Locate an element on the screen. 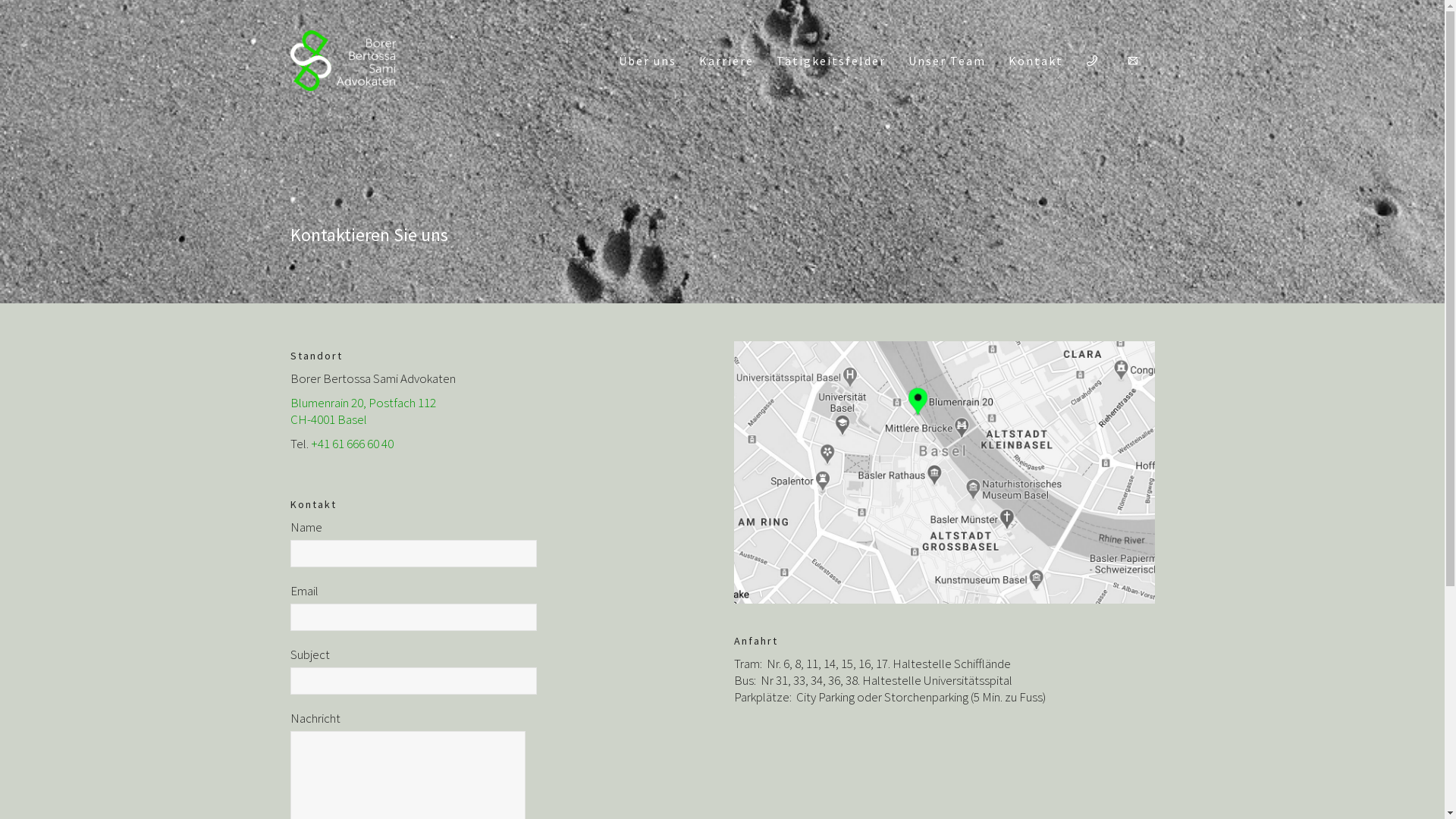 Image resolution: width=1456 pixels, height=819 pixels. 'Kontakt' is located at coordinates (1034, 60).